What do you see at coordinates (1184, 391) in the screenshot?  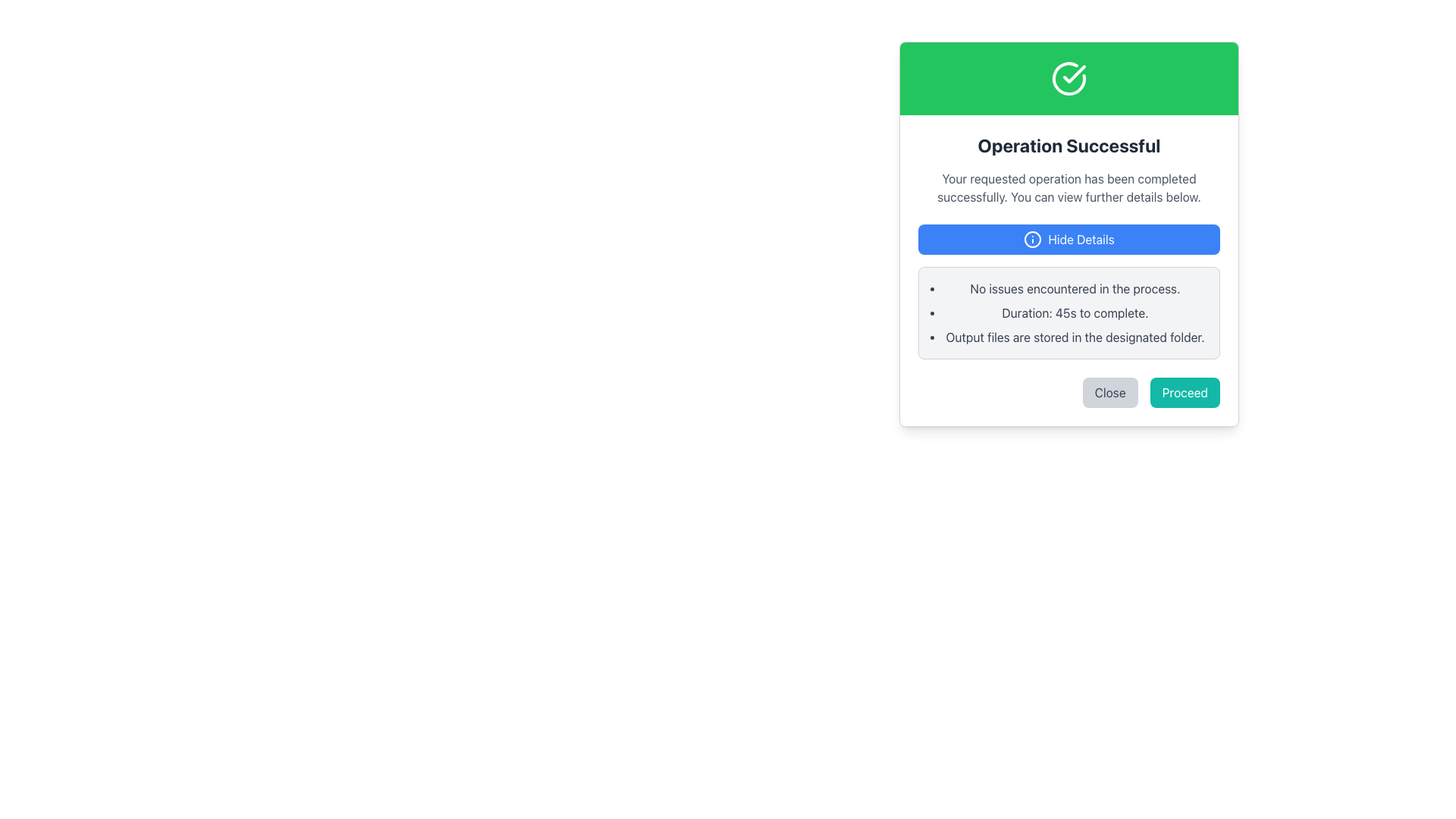 I see `the 'Proceed' button with a vibrant teal background and white text located at the bottom-right corner of the dialog box to invoke its action` at bounding box center [1184, 391].